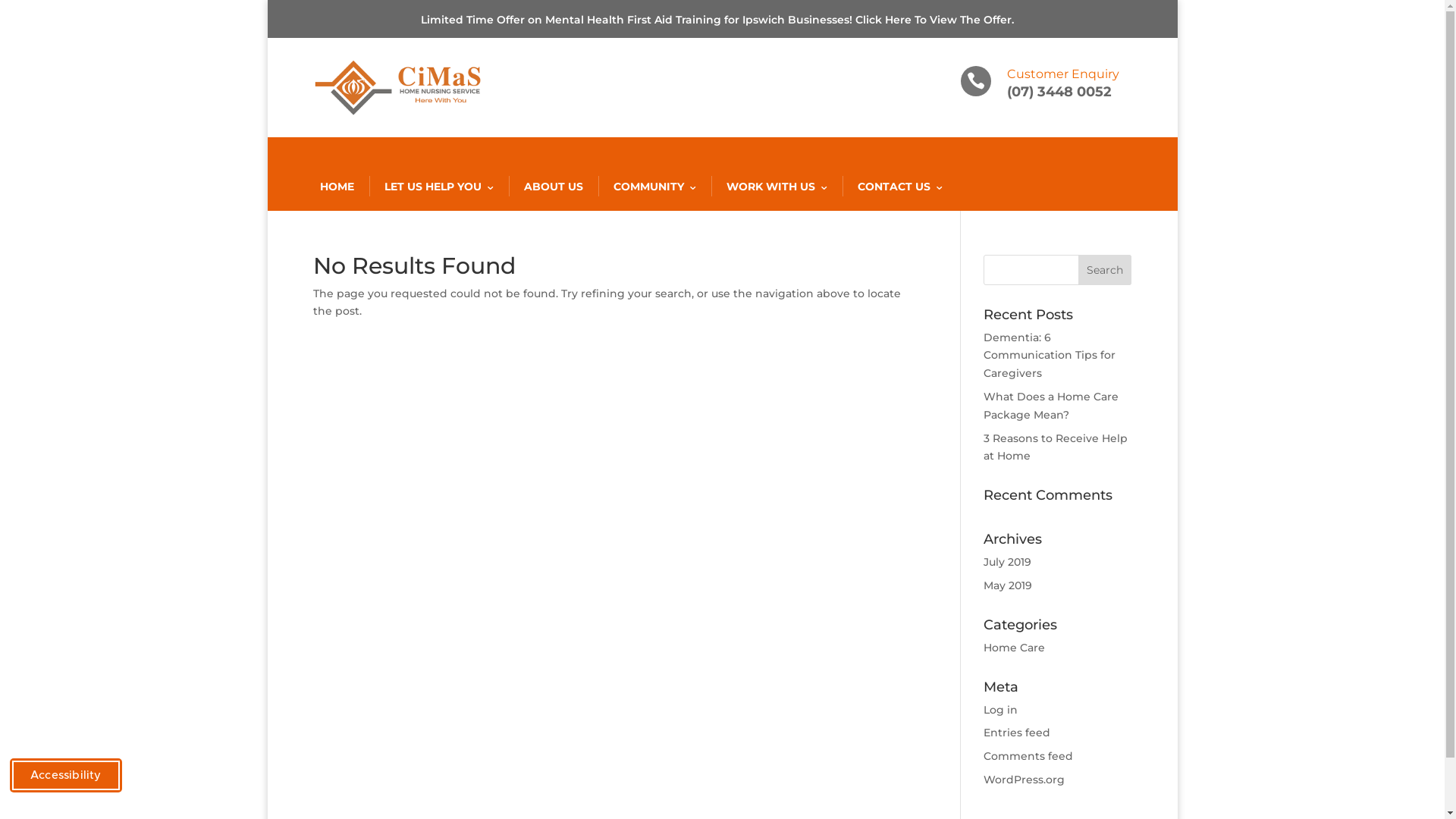 Image resolution: width=1456 pixels, height=819 pixels. I want to click on 'CONTACT US', so click(899, 186).